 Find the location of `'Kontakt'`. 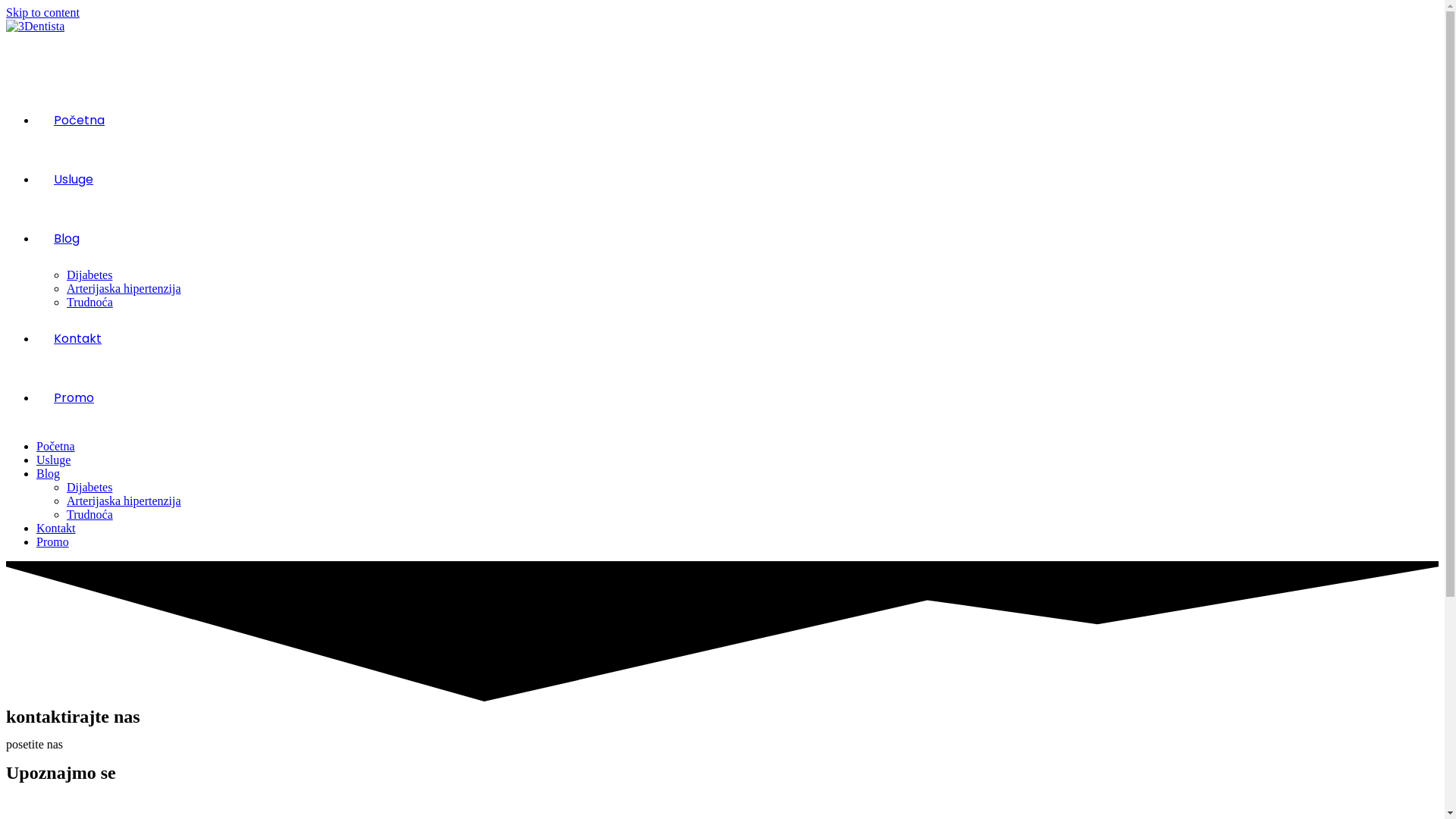

'Kontakt' is located at coordinates (55, 527).